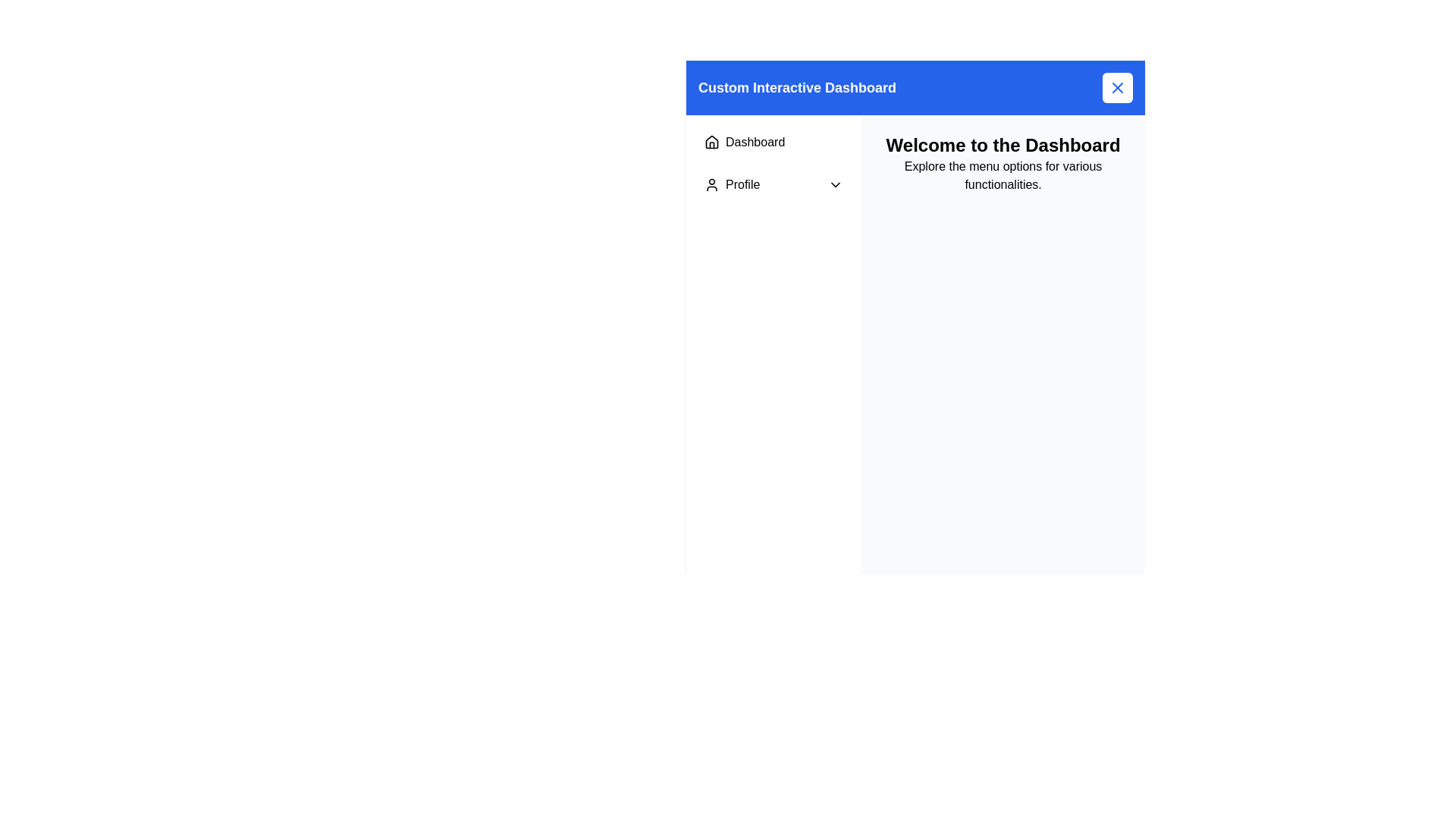  What do you see at coordinates (1117, 87) in the screenshot?
I see `the close button located in the top-right corner of the blue header bar labeled 'Custom Interactive Dashboard'` at bounding box center [1117, 87].